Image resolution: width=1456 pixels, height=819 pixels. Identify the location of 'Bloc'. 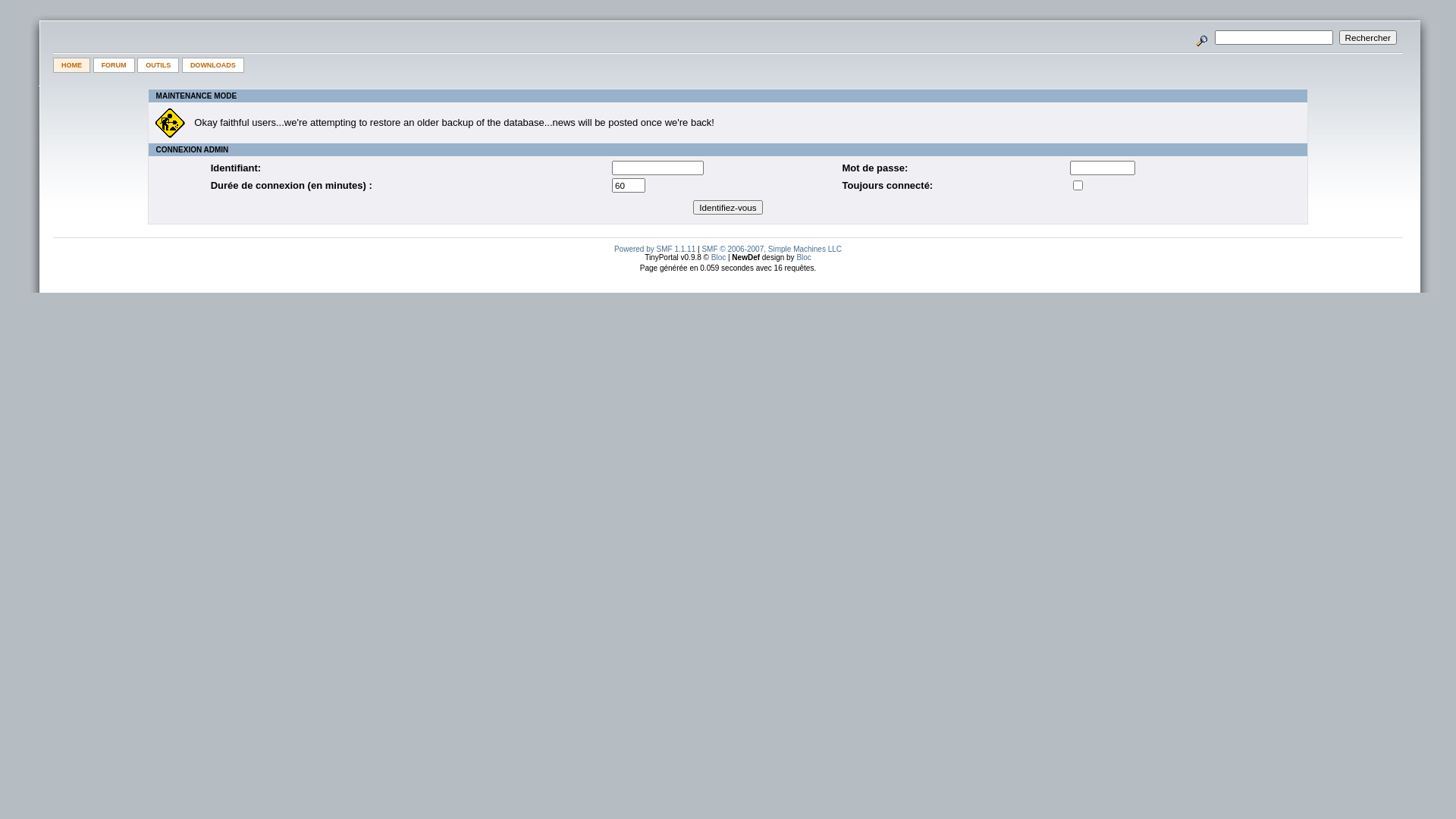
(717, 256).